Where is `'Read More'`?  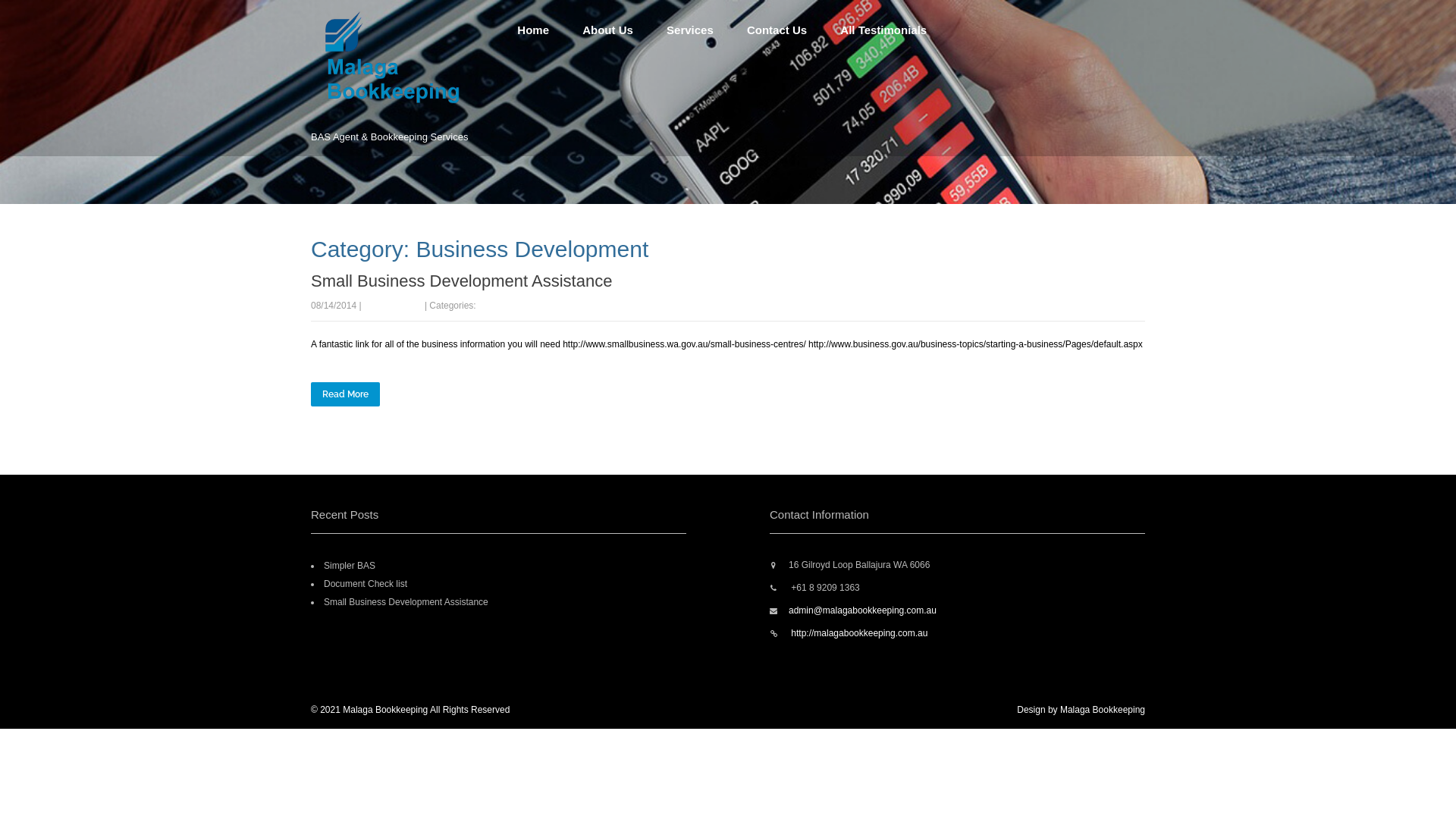 'Read More' is located at coordinates (344, 394).